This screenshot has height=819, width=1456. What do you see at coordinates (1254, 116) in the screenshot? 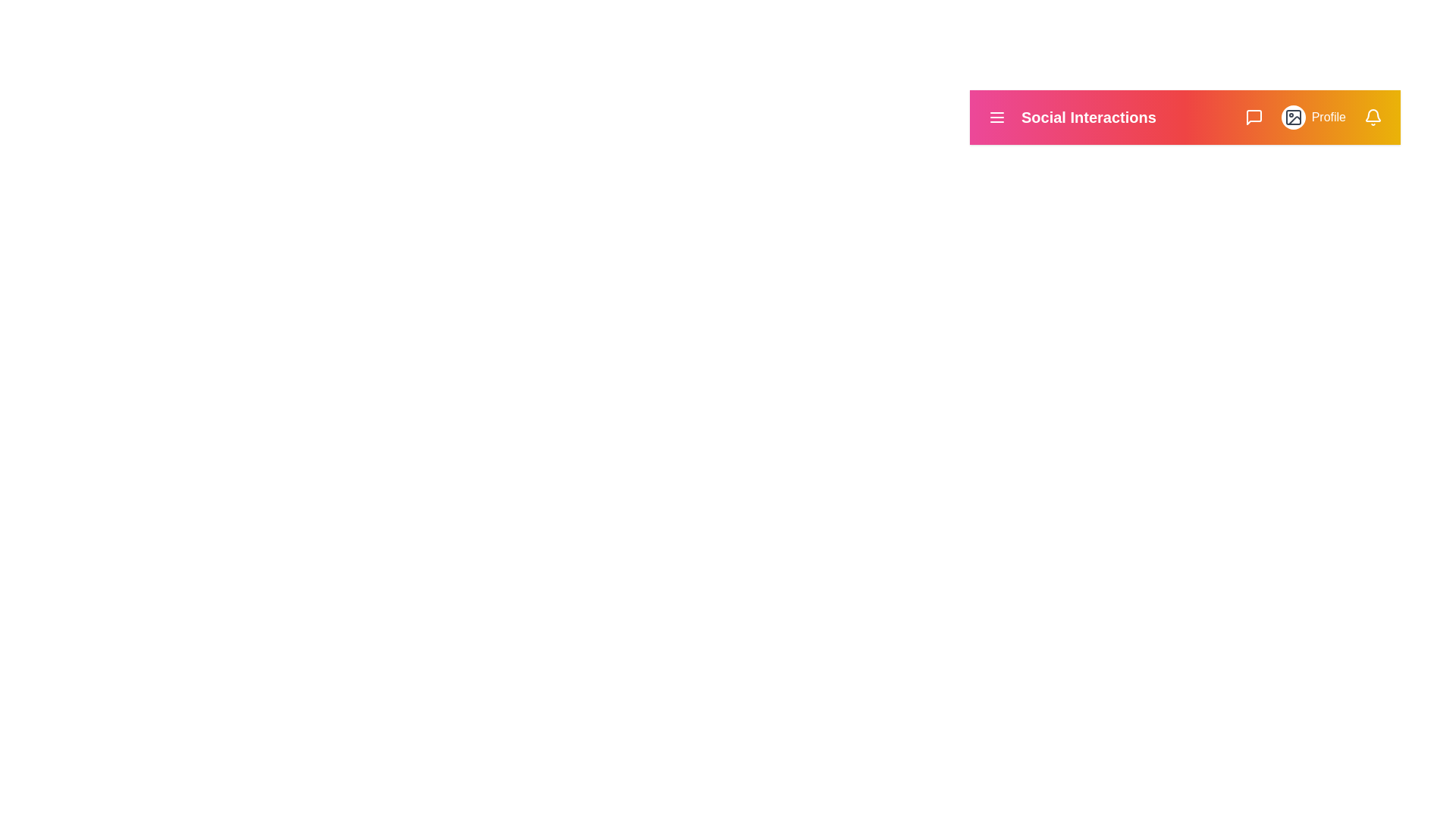
I see `the messages icon to view messages` at bounding box center [1254, 116].